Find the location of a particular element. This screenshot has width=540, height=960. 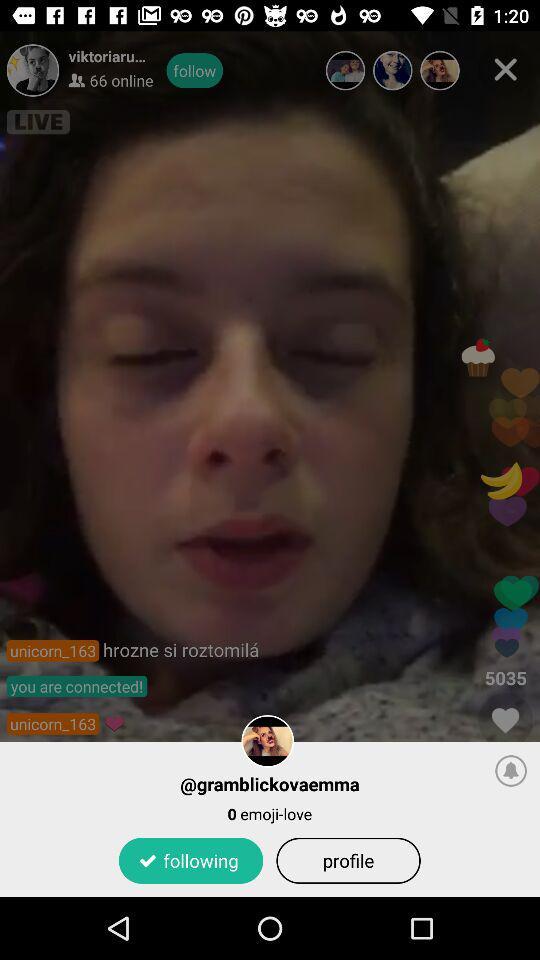

following app is located at coordinates (191, 859).